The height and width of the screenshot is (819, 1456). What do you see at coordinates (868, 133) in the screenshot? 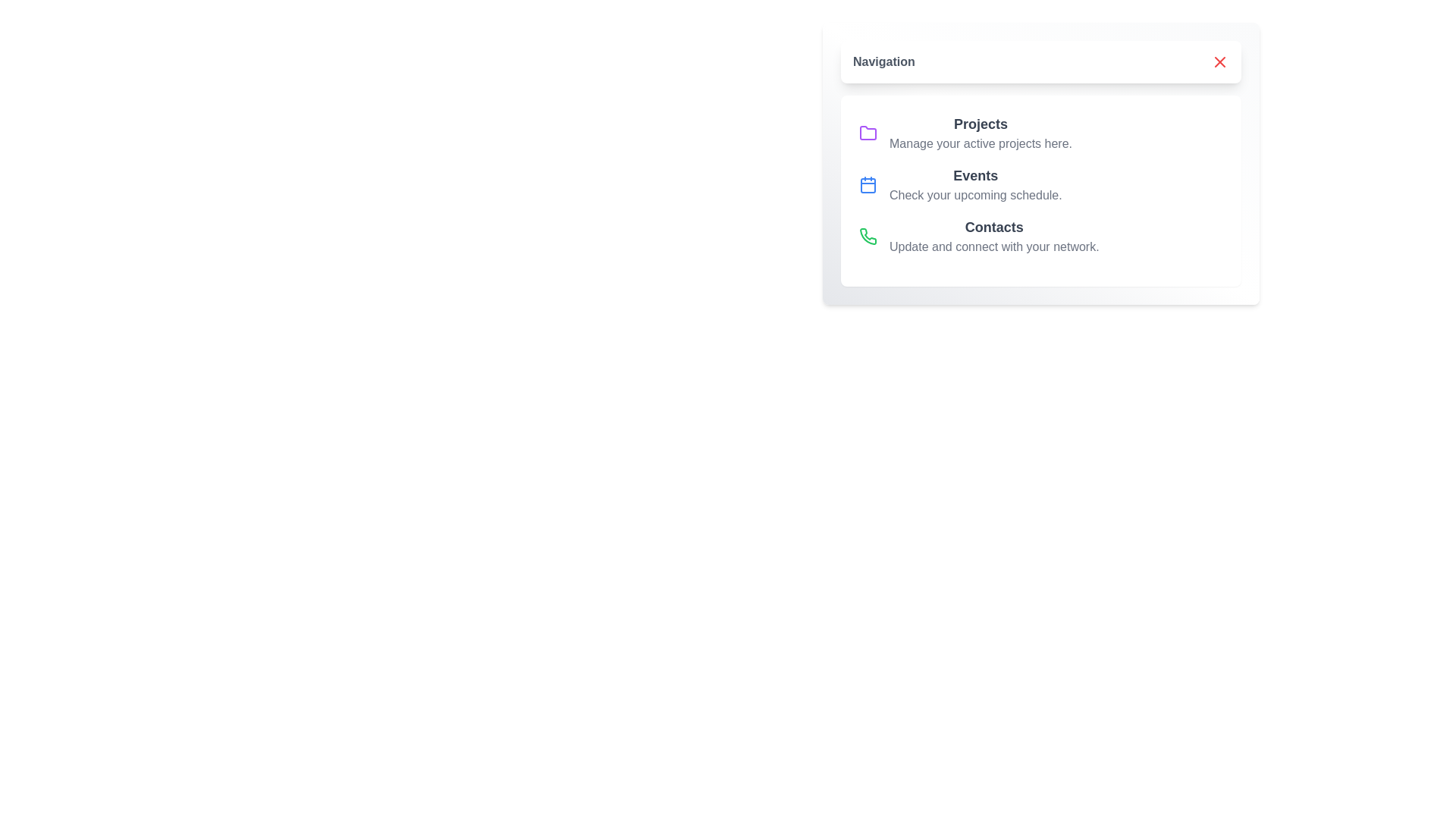
I see `the icon next to the menu item Projects` at bounding box center [868, 133].